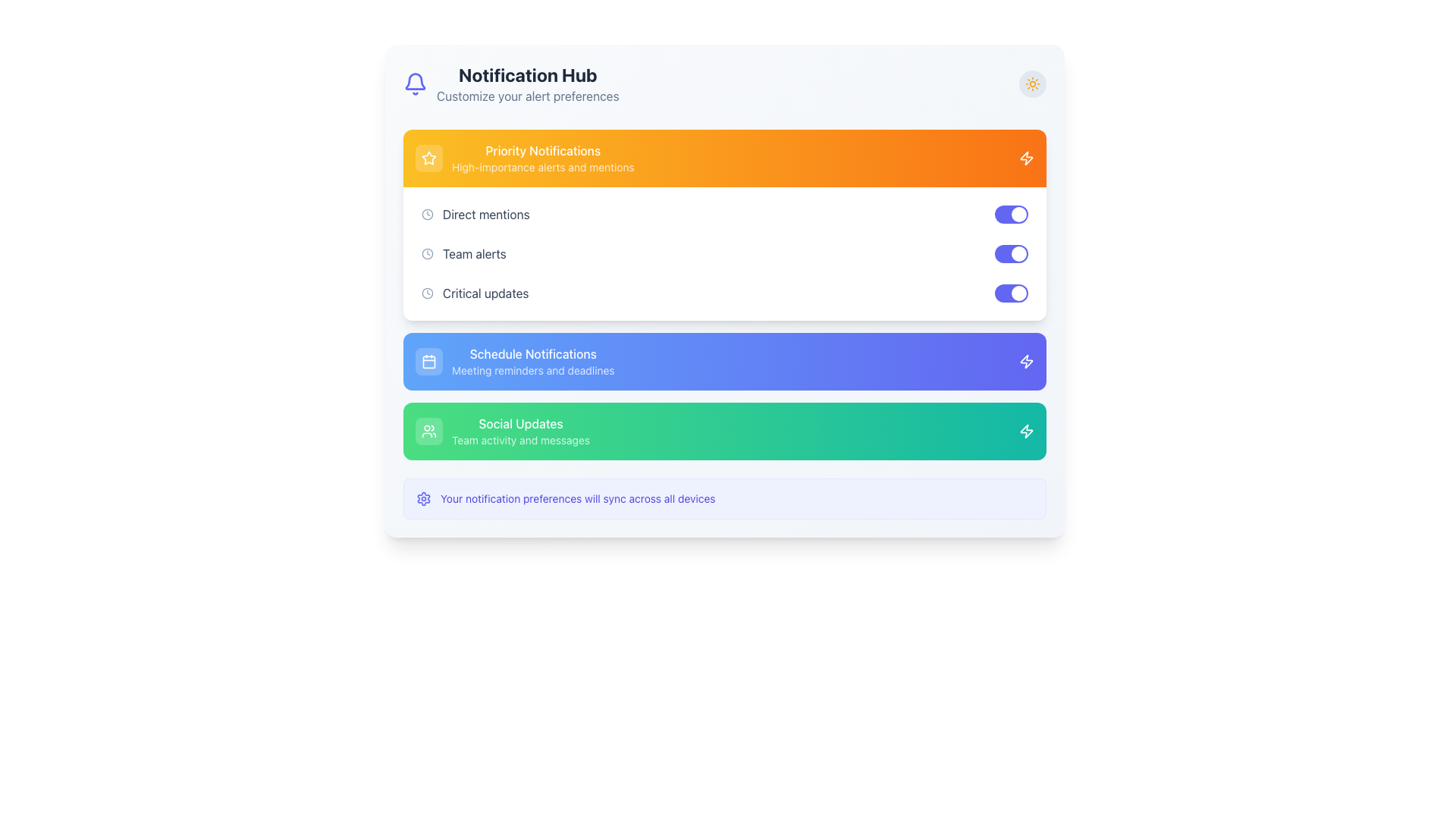 The height and width of the screenshot is (819, 1456). I want to click on the circular button with a light gray background and a yellow-orange sun icon, so click(1032, 84).